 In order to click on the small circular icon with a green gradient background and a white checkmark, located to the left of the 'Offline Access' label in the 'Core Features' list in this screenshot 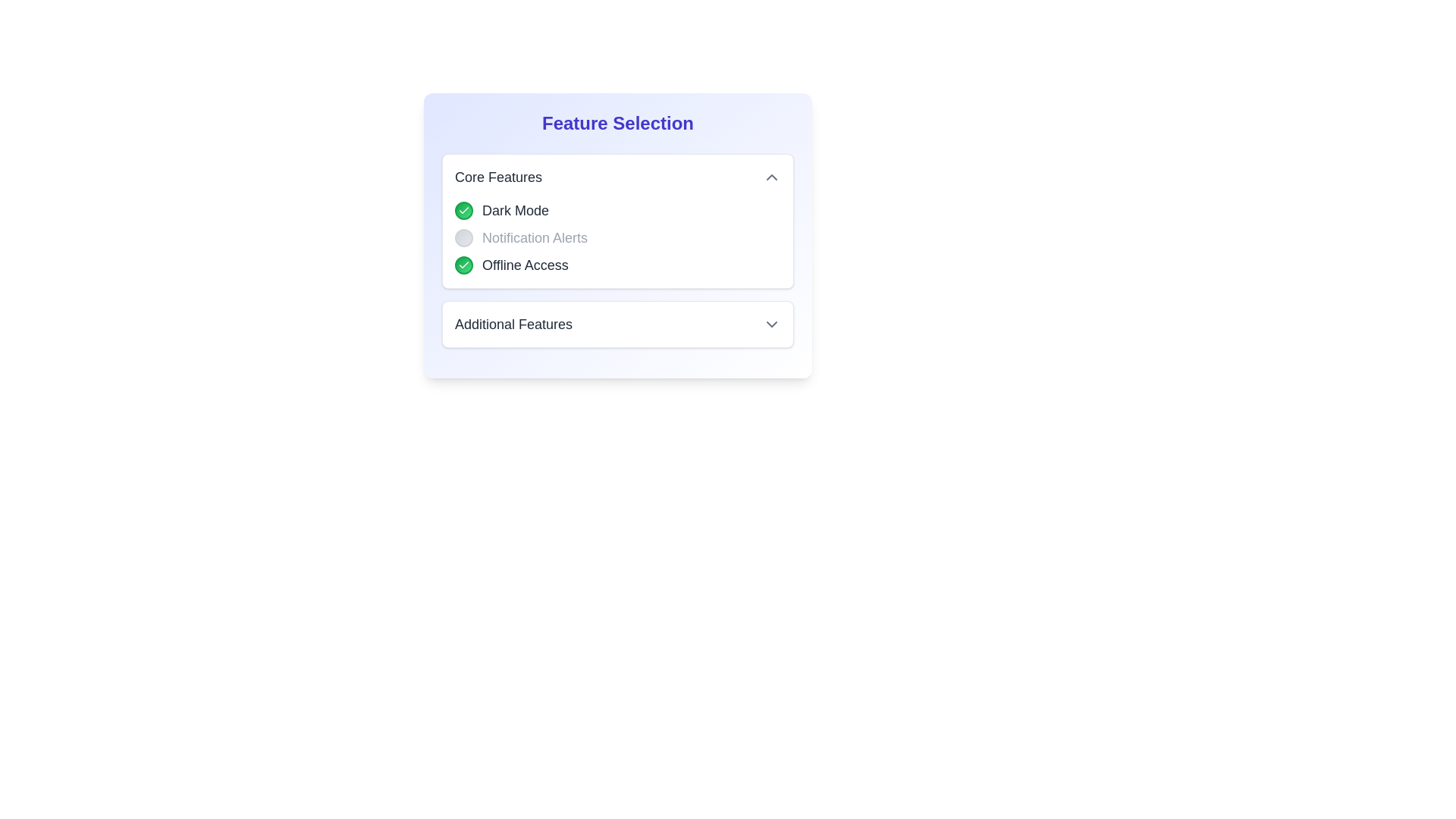, I will do `click(463, 210)`.